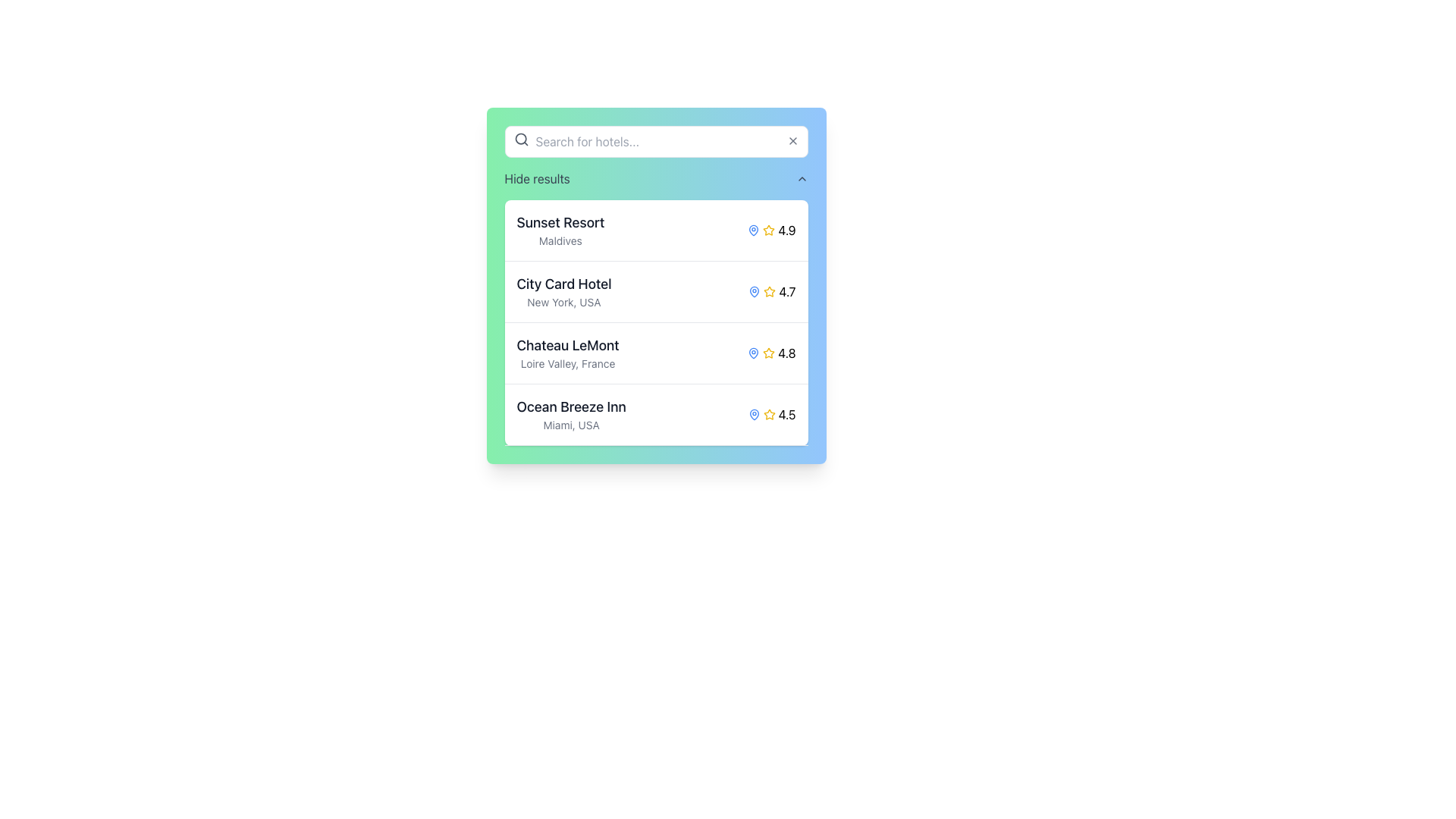 This screenshot has height=819, width=1456. What do you see at coordinates (566, 345) in the screenshot?
I see `text content of the hotel name 'Chateau LeMont' displayed in the selection interface, located beneath 'City Card Hotel'` at bounding box center [566, 345].